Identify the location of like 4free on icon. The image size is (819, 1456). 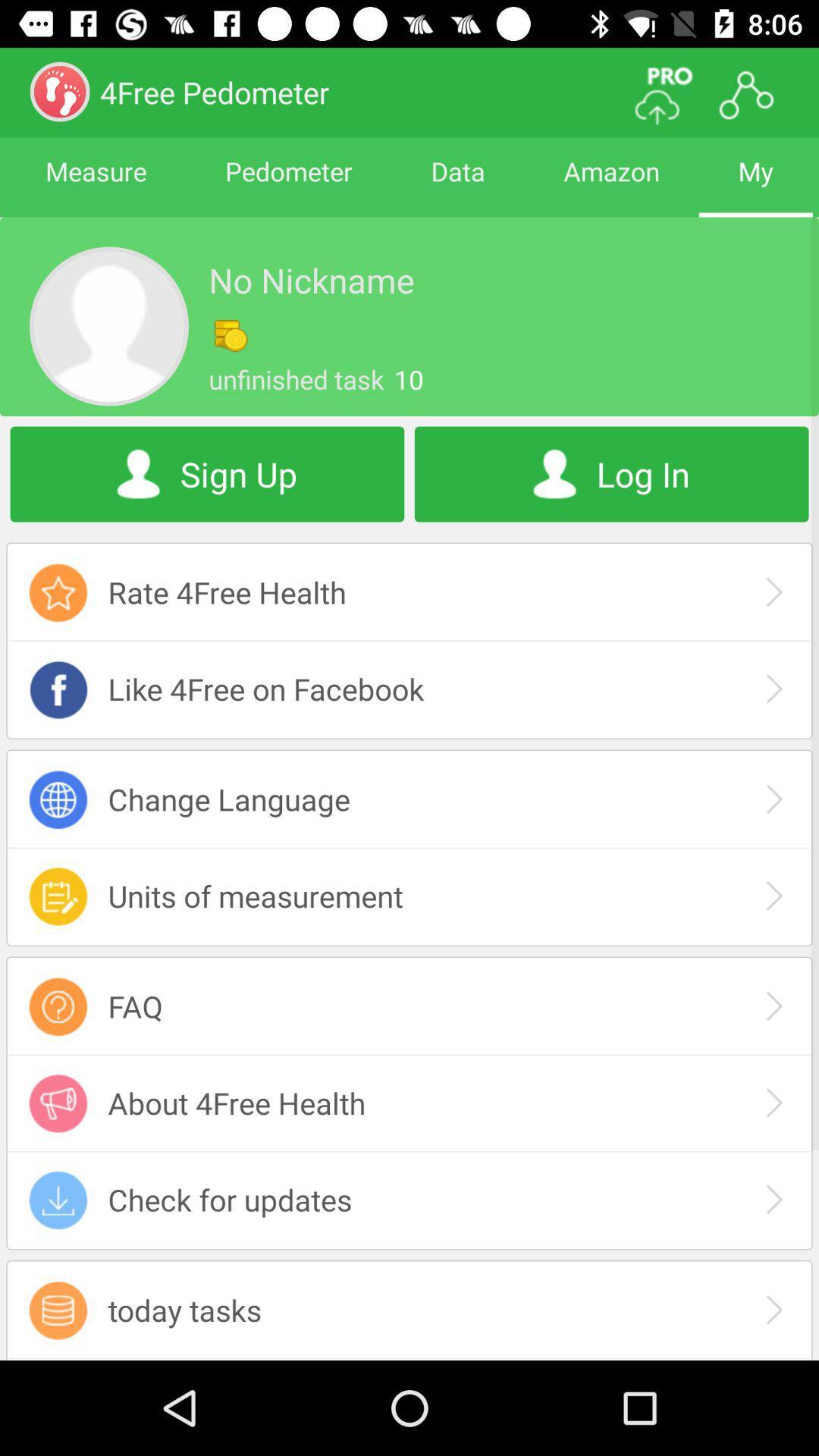
(409, 688).